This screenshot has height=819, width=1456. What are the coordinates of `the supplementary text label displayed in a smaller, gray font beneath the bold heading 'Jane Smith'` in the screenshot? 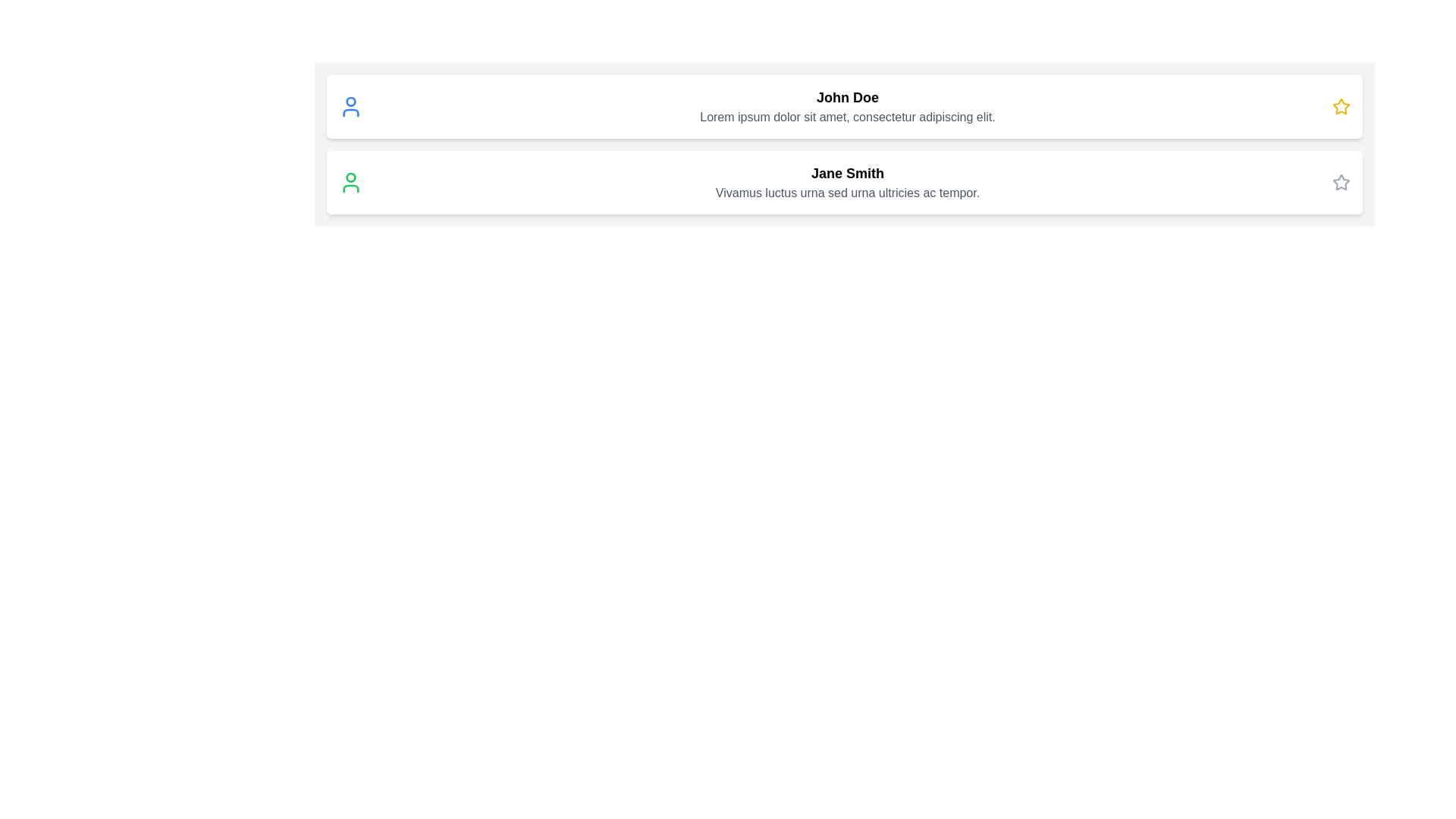 It's located at (847, 192).